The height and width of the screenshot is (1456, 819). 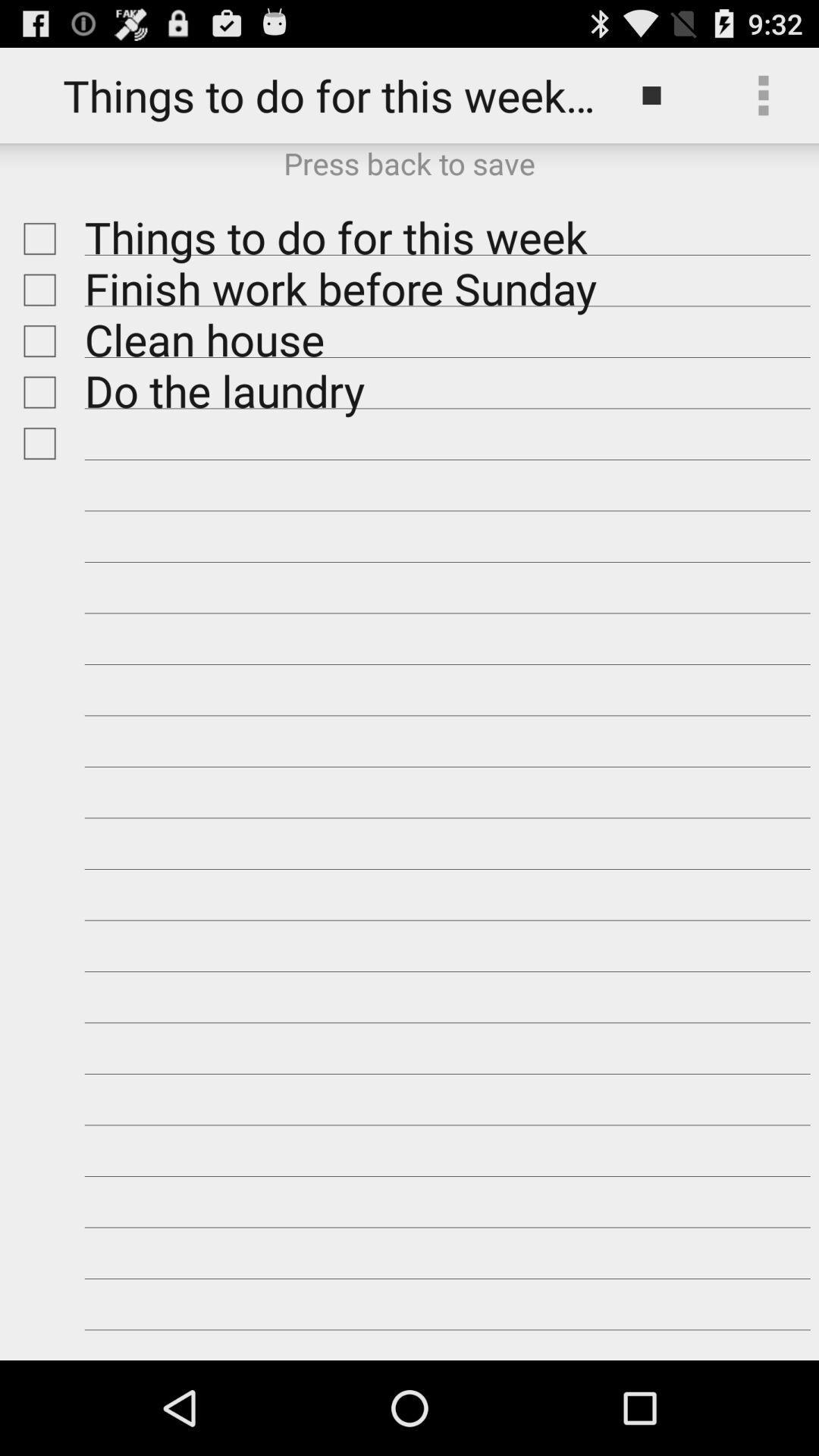 I want to click on check box, so click(x=35, y=392).